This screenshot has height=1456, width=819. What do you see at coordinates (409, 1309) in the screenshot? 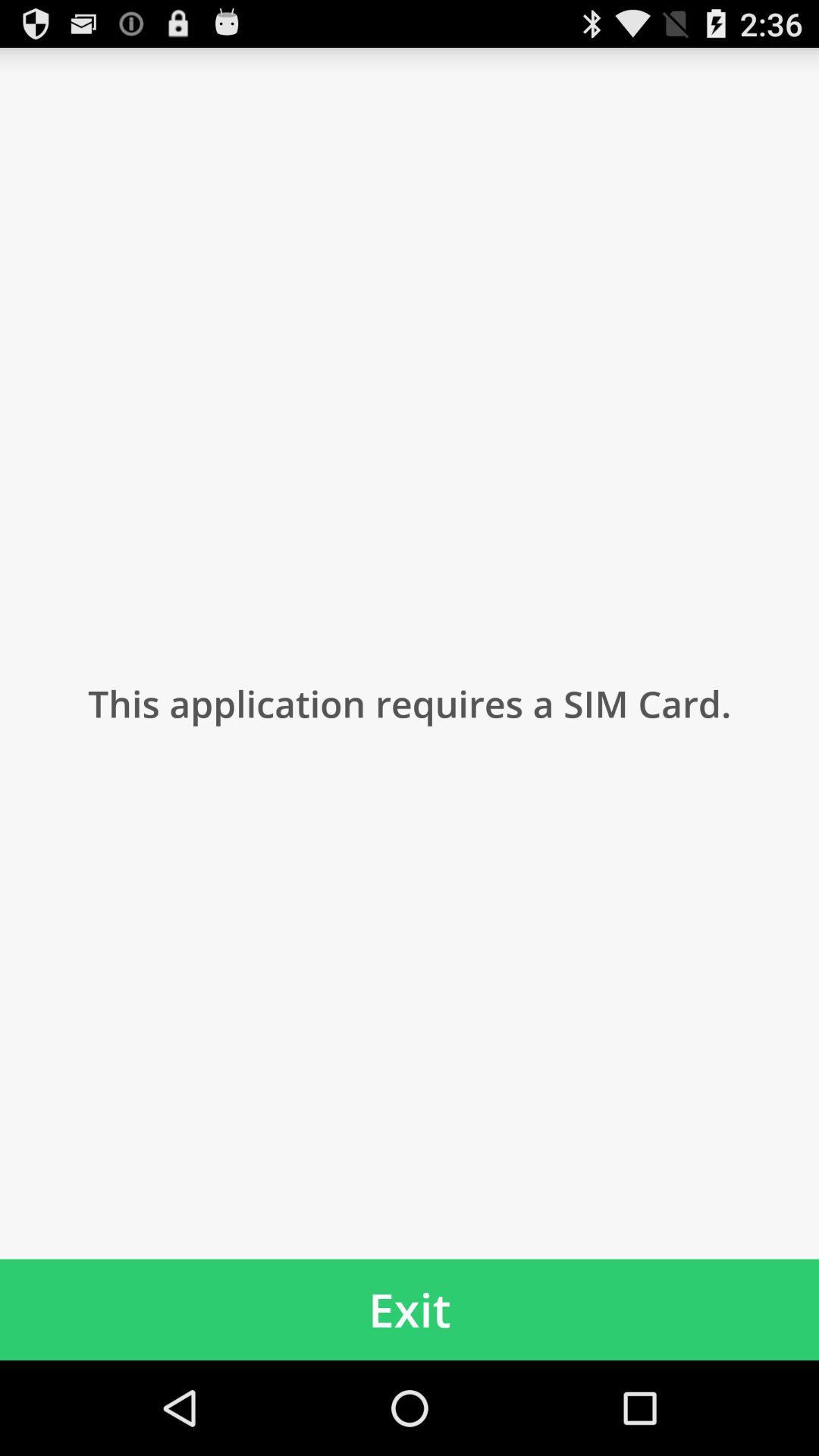
I see `icon at the bottom` at bounding box center [409, 1309].